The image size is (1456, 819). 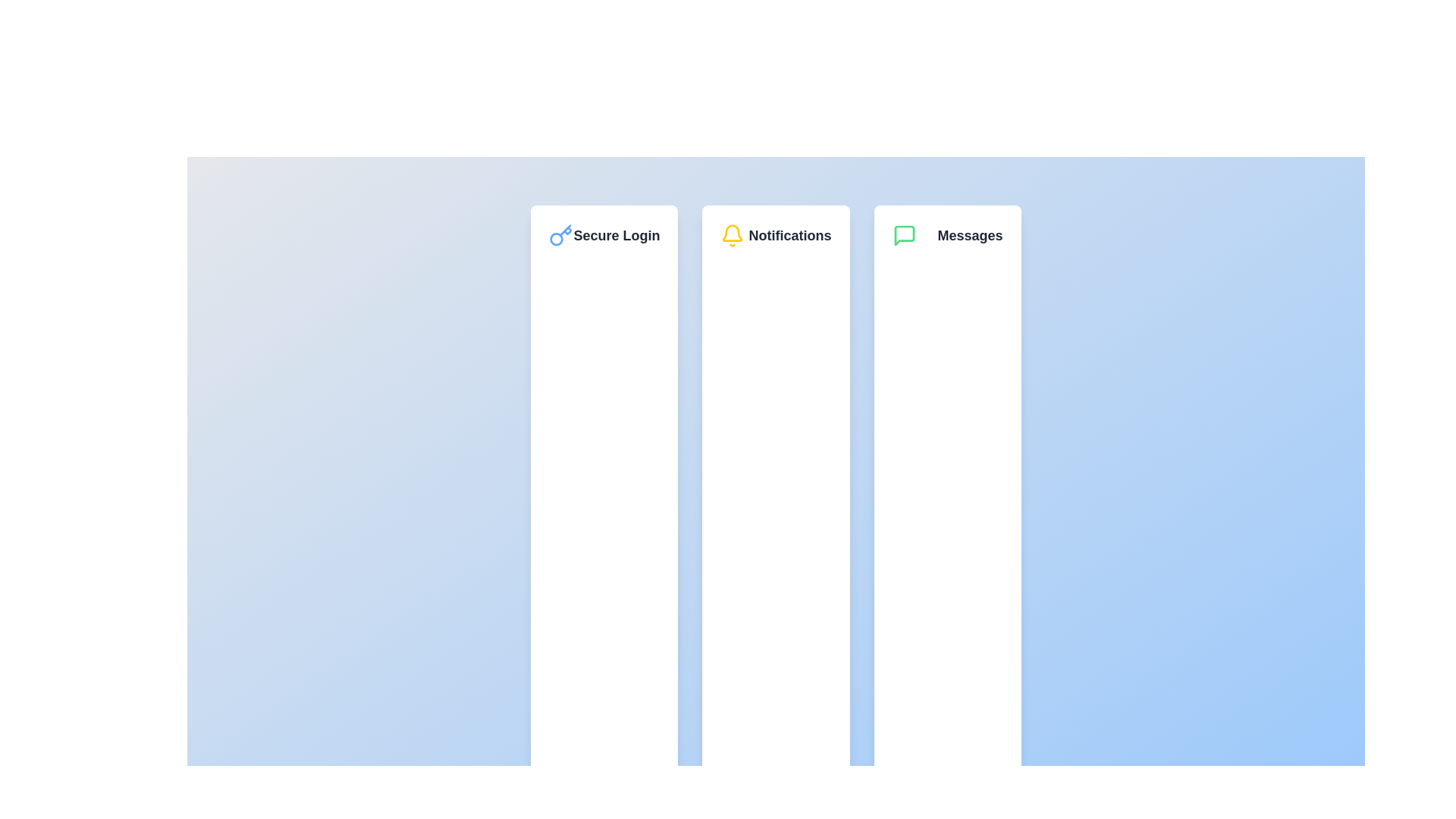 I want to click on the section header labeled 'Messages' which includes a green speech bubble icon and bold dark gray text, located at the upper-right corner of the third card layout, so click(x=946, y=236).